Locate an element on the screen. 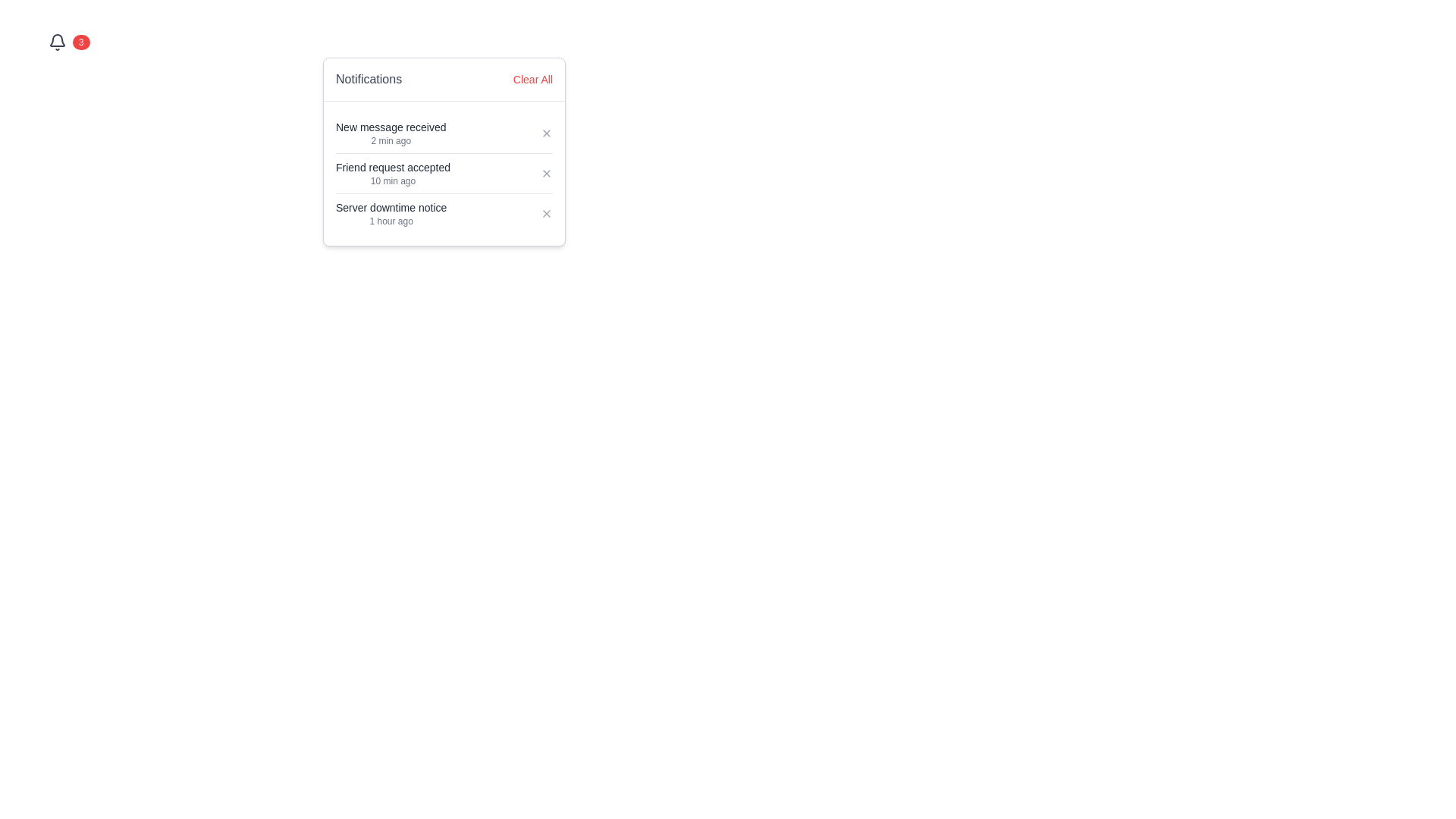  the notification about a friend request being accepted, which is the second notification in the vertical list within the notification panel is located at coordinates (443, 172).